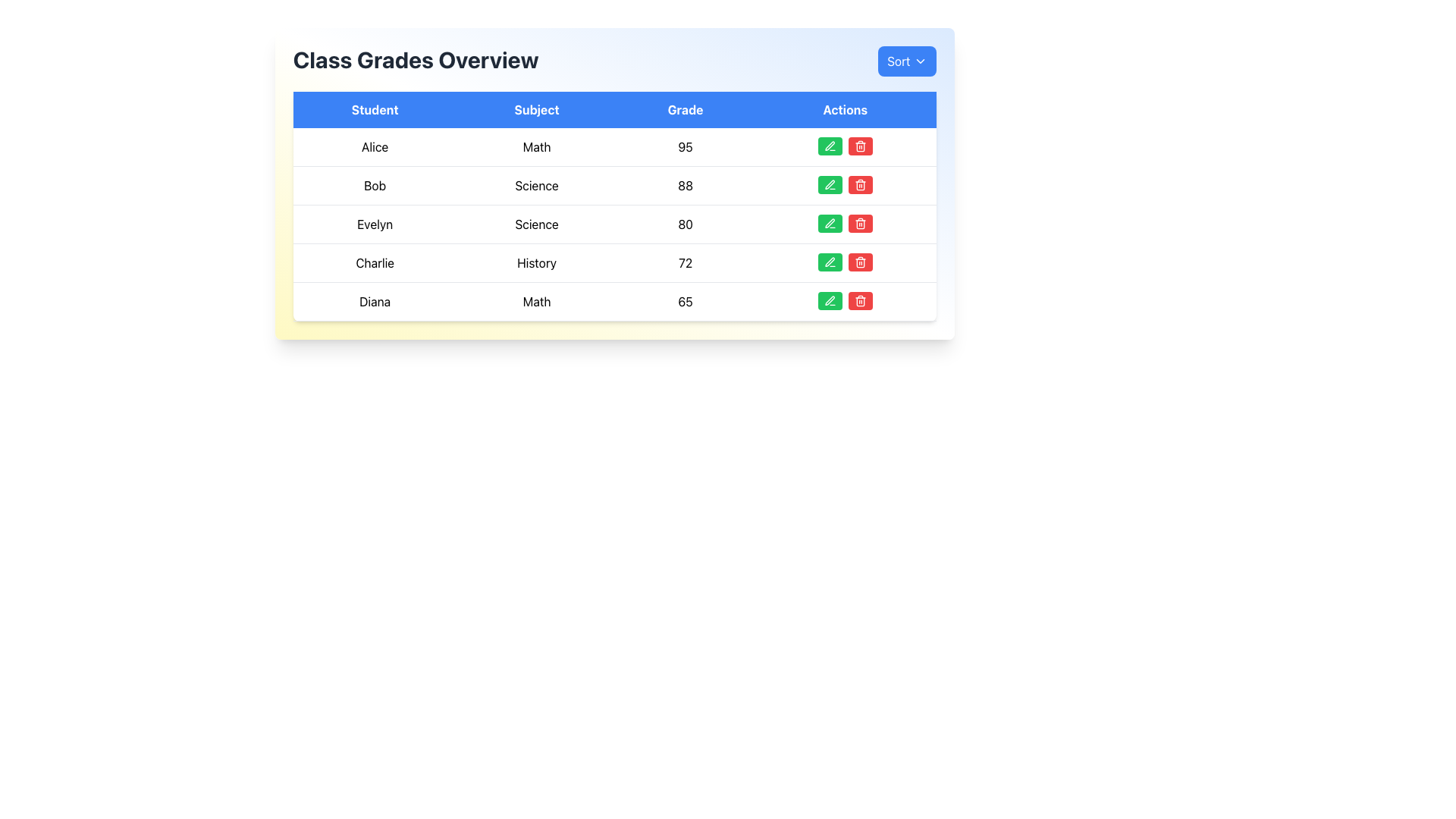  What do you see at coordinates (375, 262) in the screenshot?
I see `text from the Text Label displaying 'Charlie' located in the first column under 'Student', between 'Evelyn' and 'Diana'` at bounding box center [375, 262].